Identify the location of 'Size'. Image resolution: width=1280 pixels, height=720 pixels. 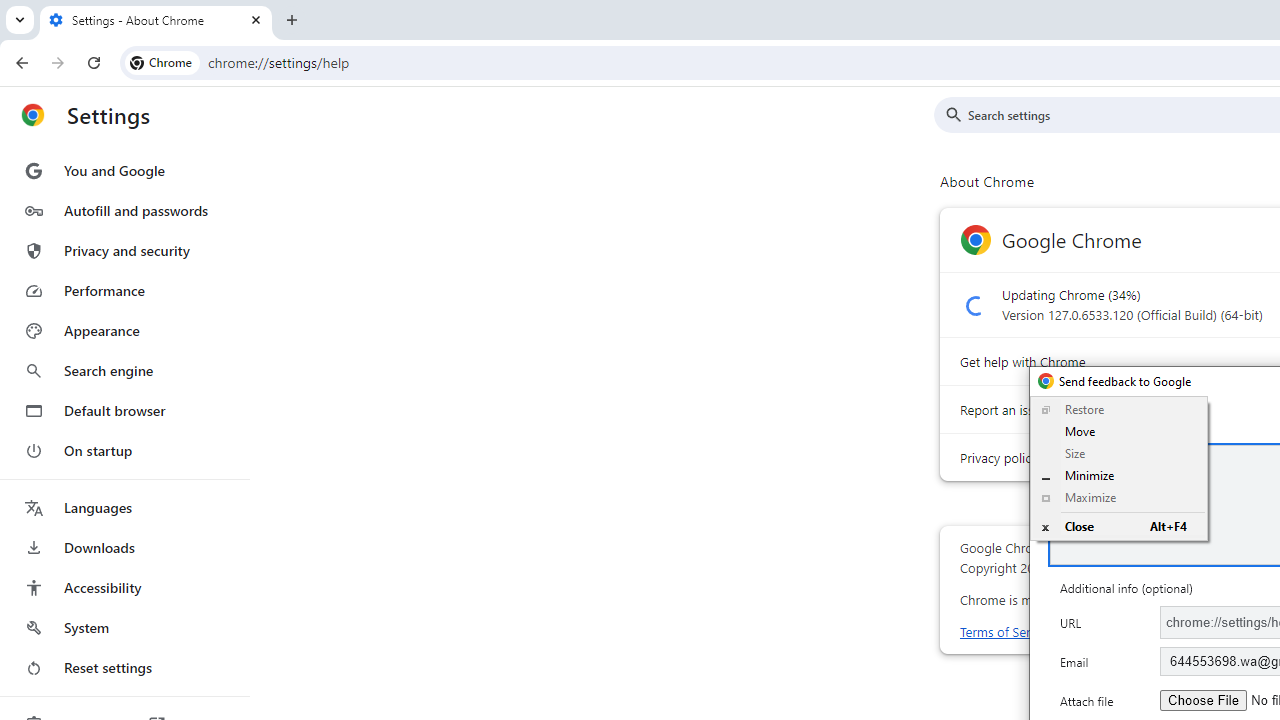
(1117, 453).